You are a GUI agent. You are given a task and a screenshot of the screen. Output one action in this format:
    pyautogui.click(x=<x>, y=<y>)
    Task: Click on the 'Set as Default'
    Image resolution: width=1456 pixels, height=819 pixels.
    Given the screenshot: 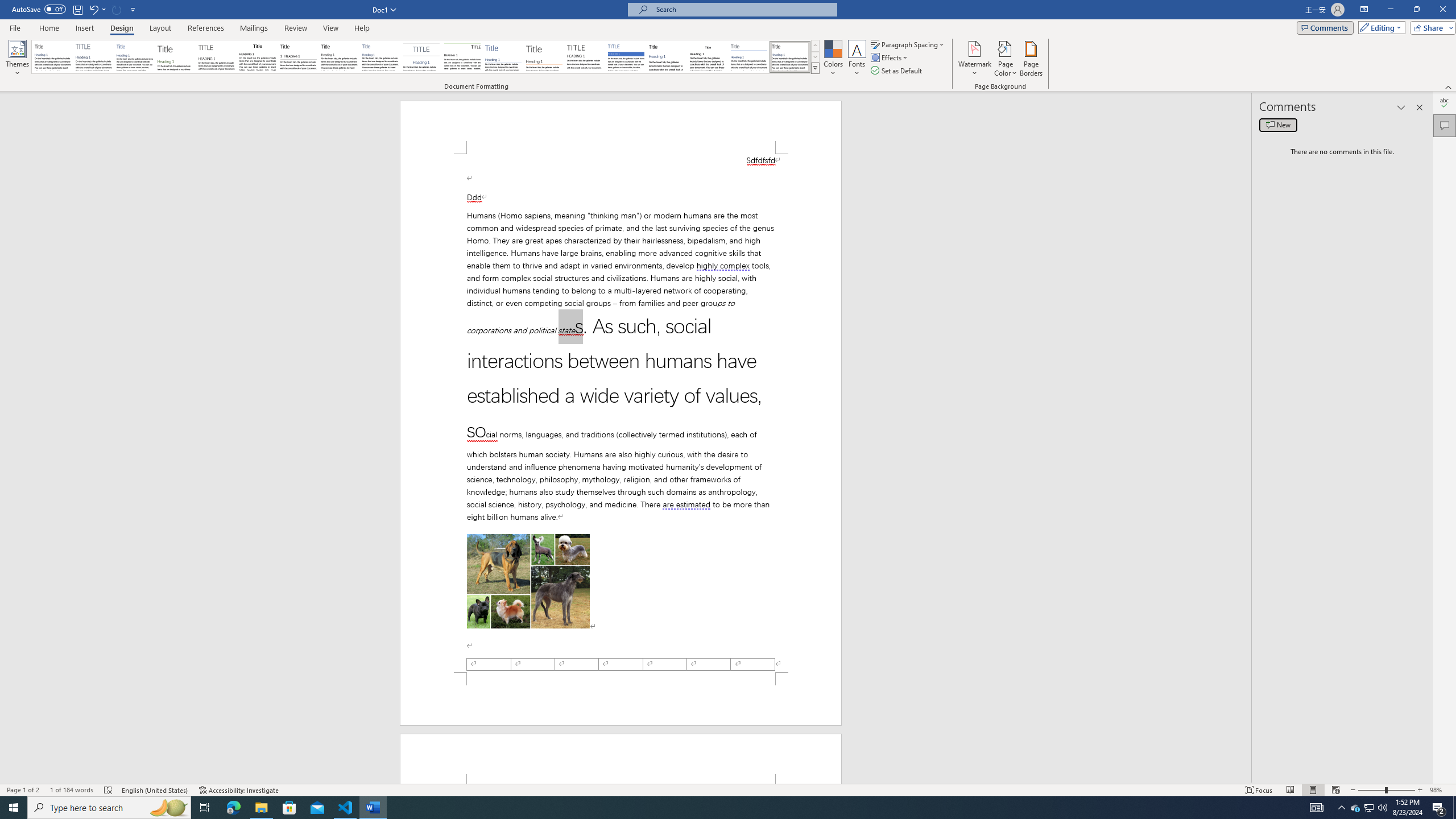 What is the action you would take?
    pyautogui.click(x=897, y=69)
    